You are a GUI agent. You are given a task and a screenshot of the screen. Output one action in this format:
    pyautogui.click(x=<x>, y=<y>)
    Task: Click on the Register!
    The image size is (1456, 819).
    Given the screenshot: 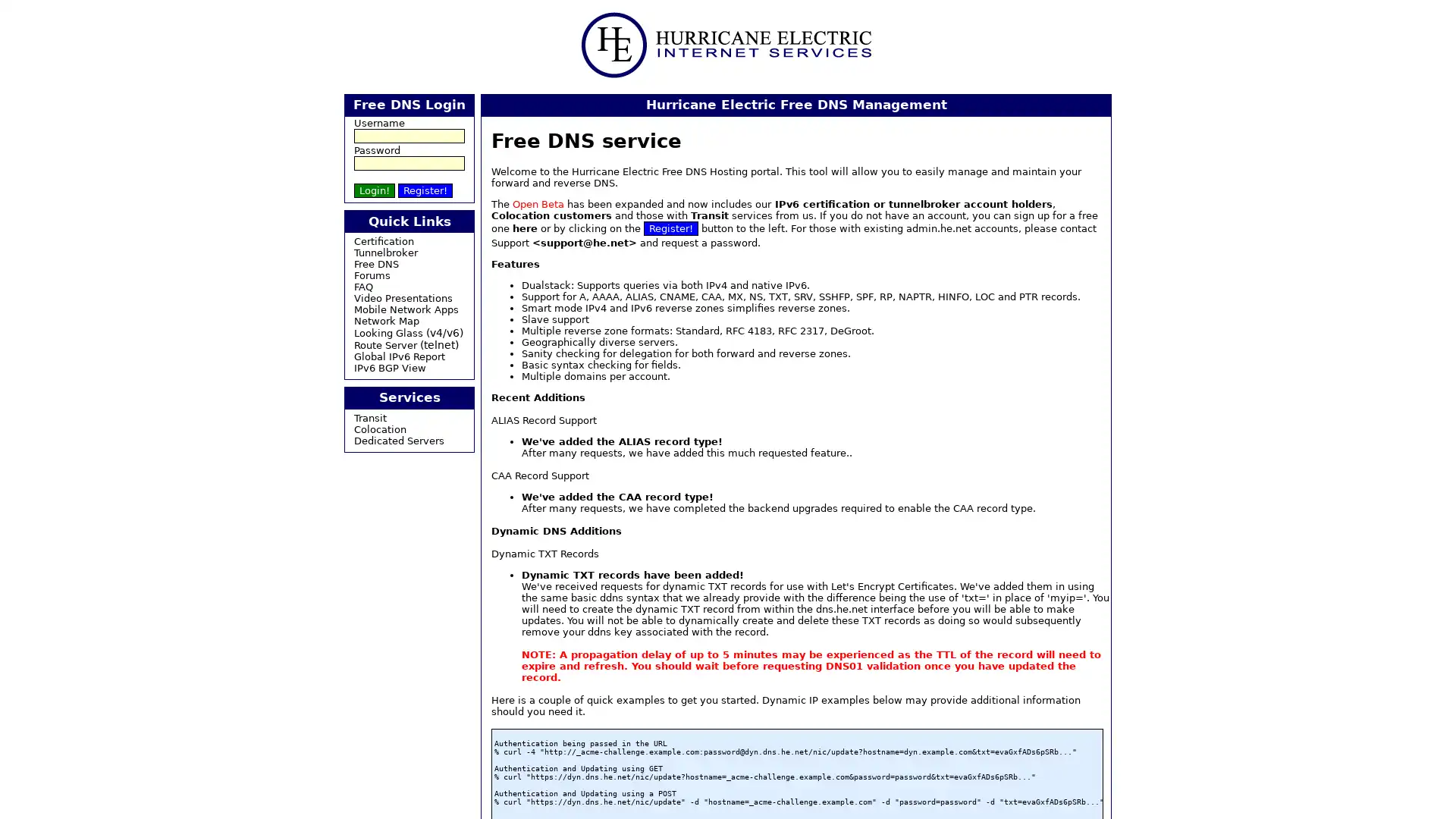 What is the action you would take?
    pyautogui.click(x=425, y=190)
    